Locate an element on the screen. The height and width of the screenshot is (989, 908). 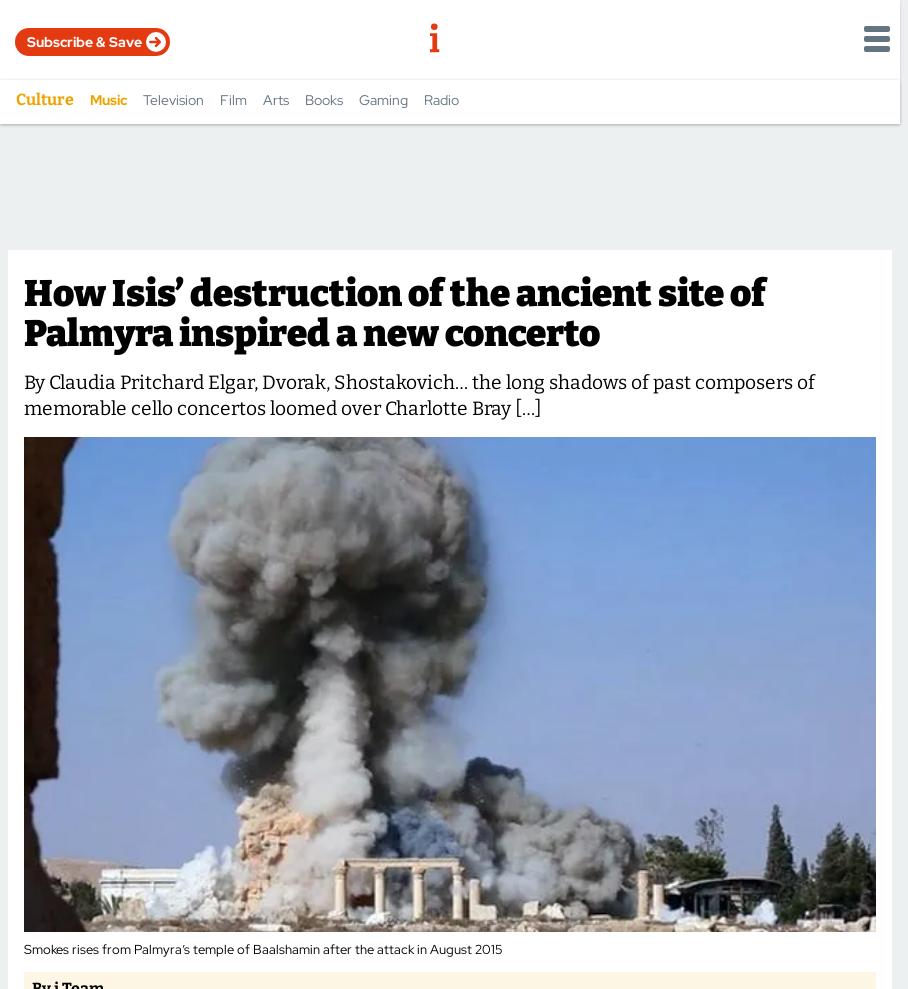
'Culture' is located at coordinates (45, 99).